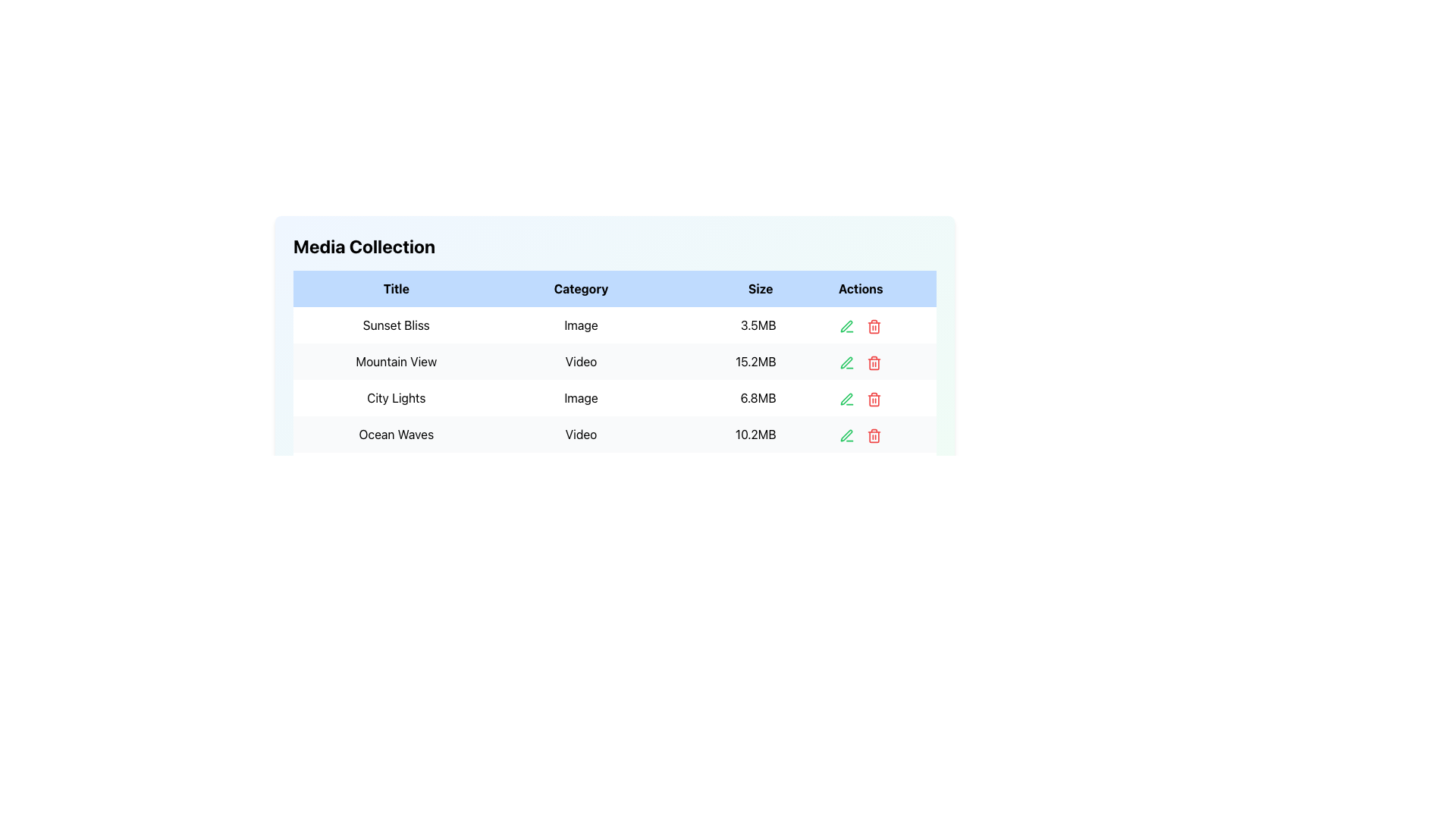 This screenshot has height=819, width=1456. What do you see at coordinates (396, 324) in the screenshot?
I see `the non-interactive text label located in the first row of the tabular data layout under the 'Title' column` at bounding box center [396, 324].